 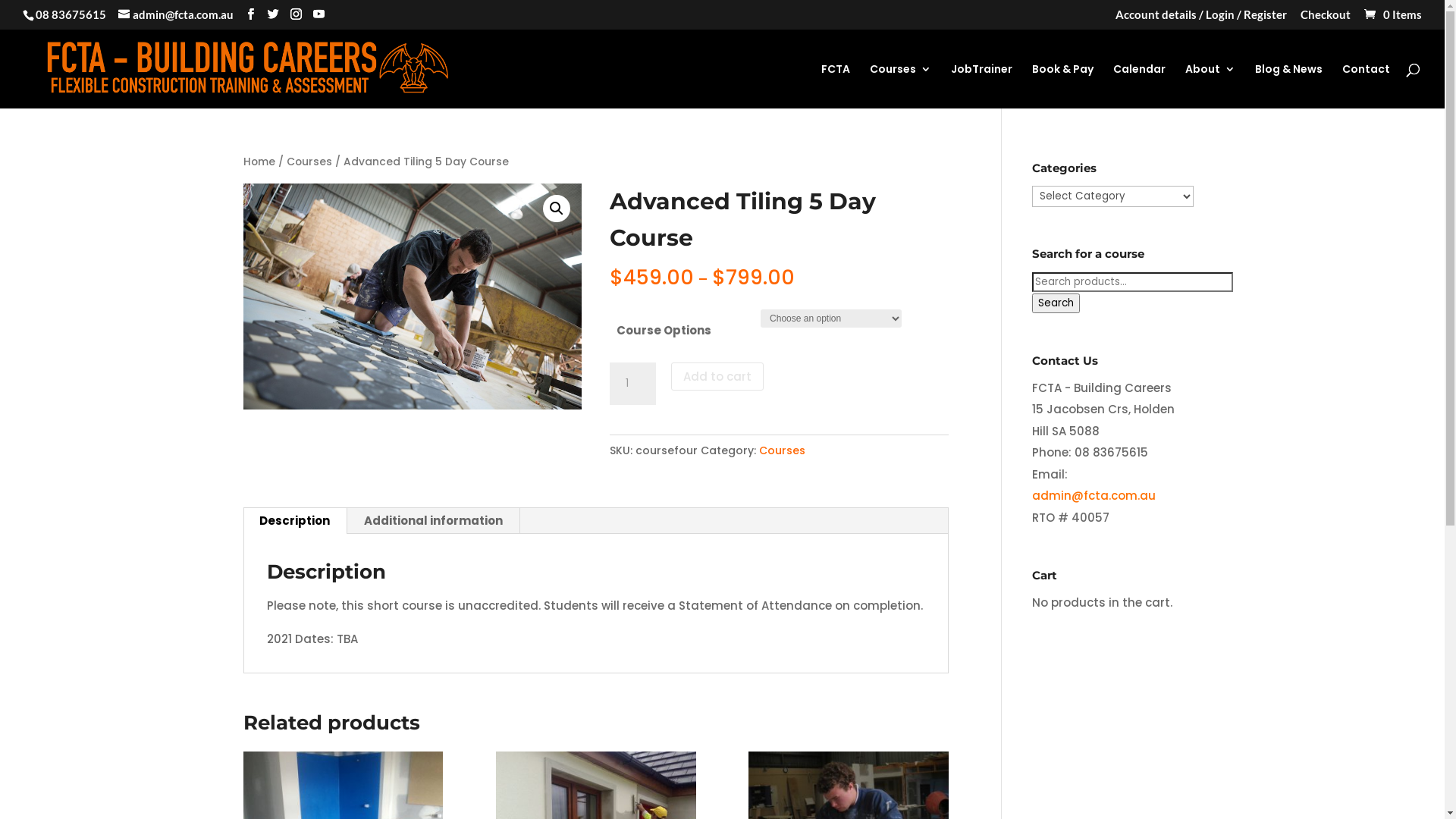 What do you see at coordinates (1324, 18) in the screenshot?
I see `'Checkout'` at bounding box center [1324, 18].